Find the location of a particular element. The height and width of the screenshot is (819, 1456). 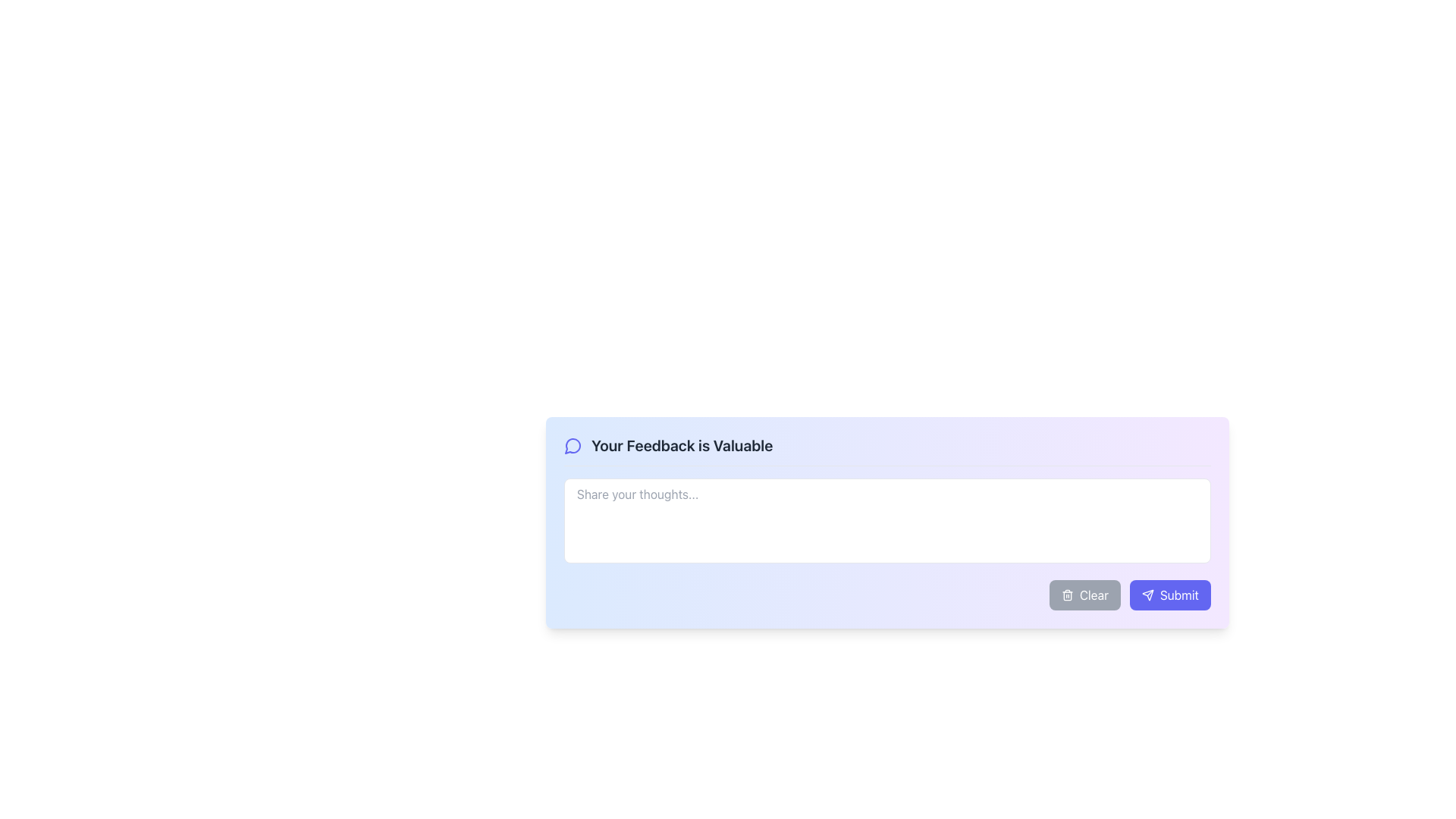

the submit button located at the bottom-right corner of the interface, which is the second button in a panel to the right of the 'Clear' button, to observe a visual change is located at coordinates (1169, 595).